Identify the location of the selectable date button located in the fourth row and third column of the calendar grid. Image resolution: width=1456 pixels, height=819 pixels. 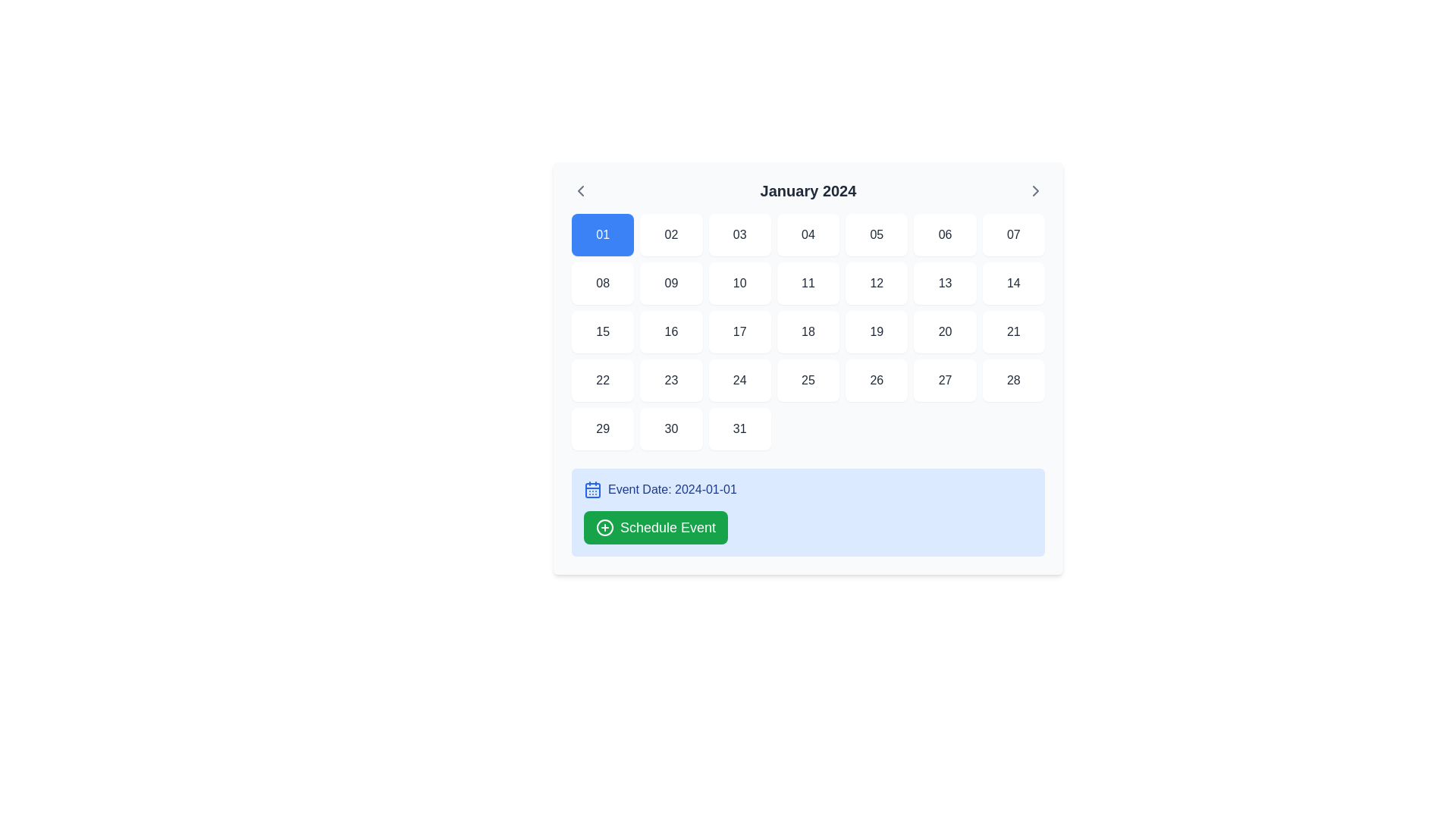
(739, 331).